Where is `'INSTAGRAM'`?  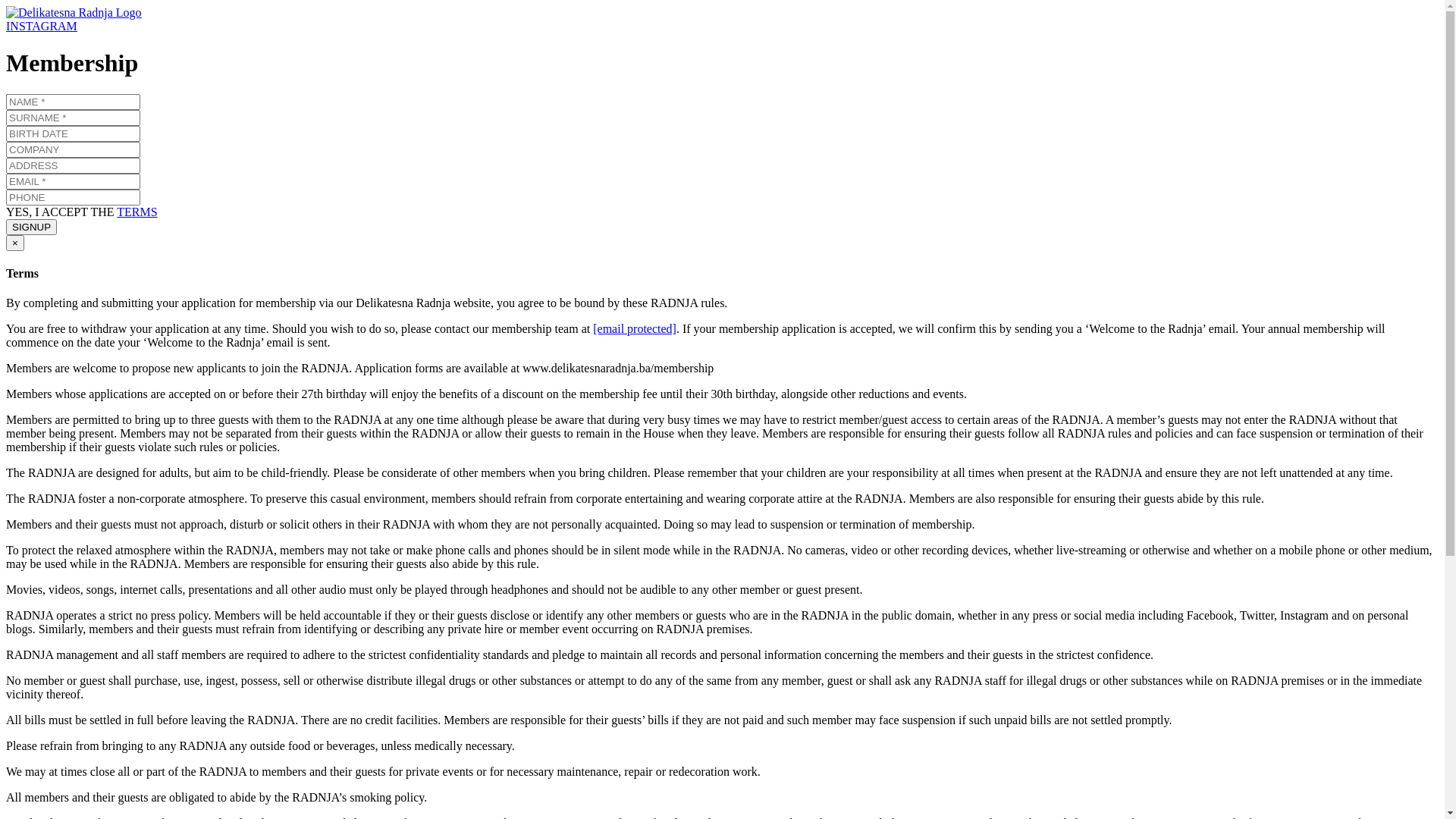
'INSTAGRAM' is located at coordinates (41, 26).